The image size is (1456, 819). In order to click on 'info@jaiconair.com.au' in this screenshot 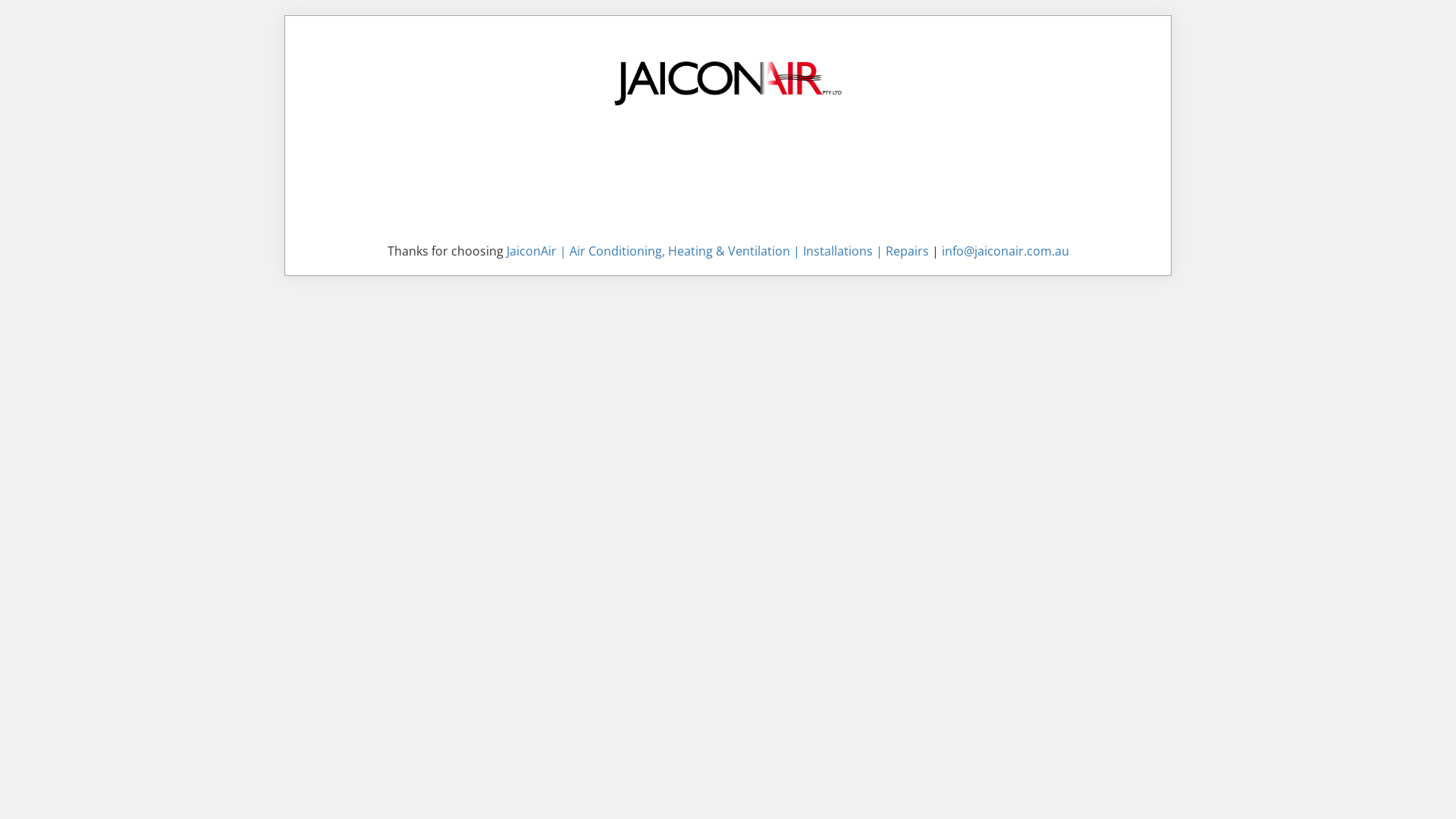, I will do `click(1005, 250)`.